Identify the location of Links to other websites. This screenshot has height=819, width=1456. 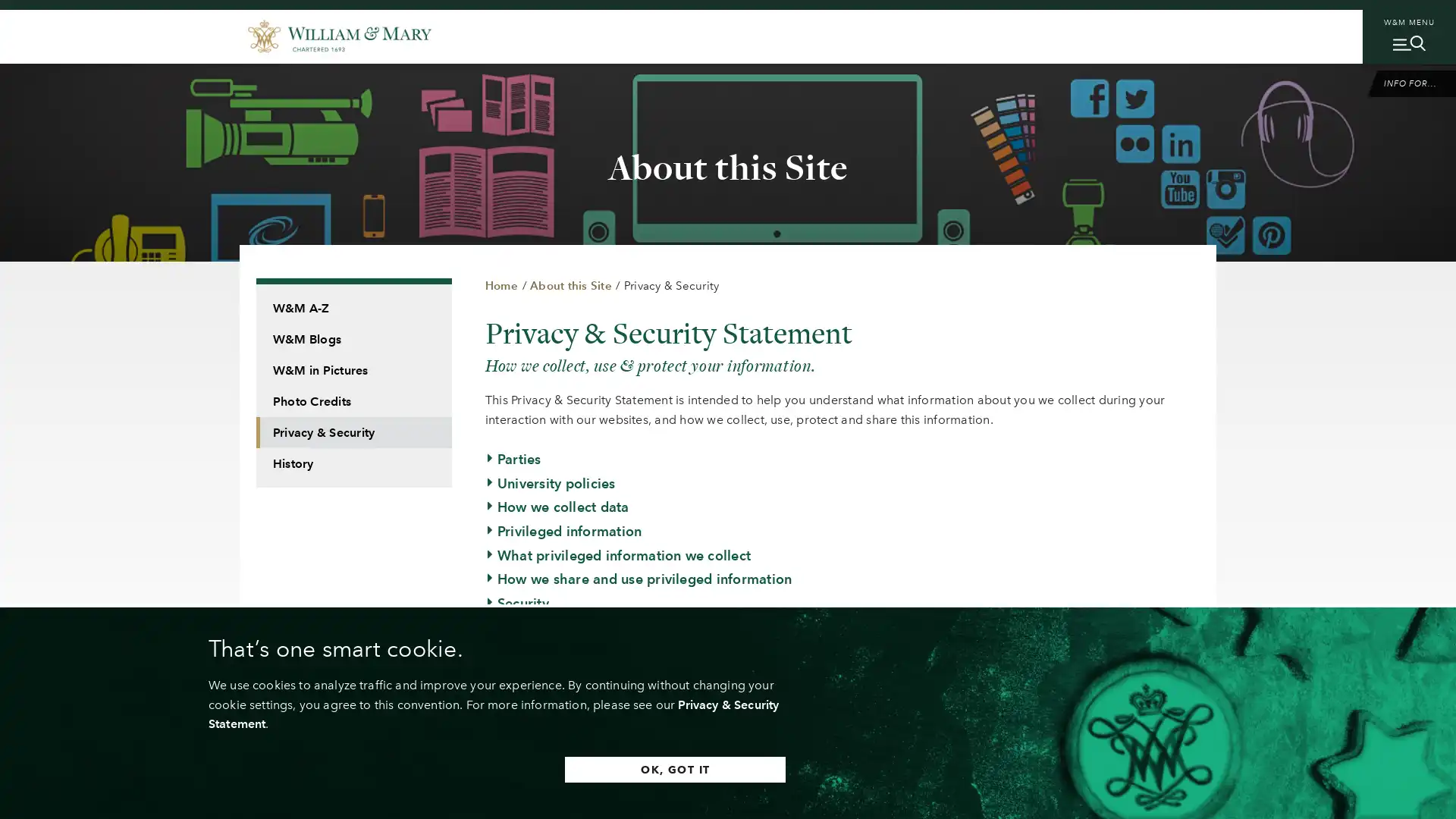
(564, 626).